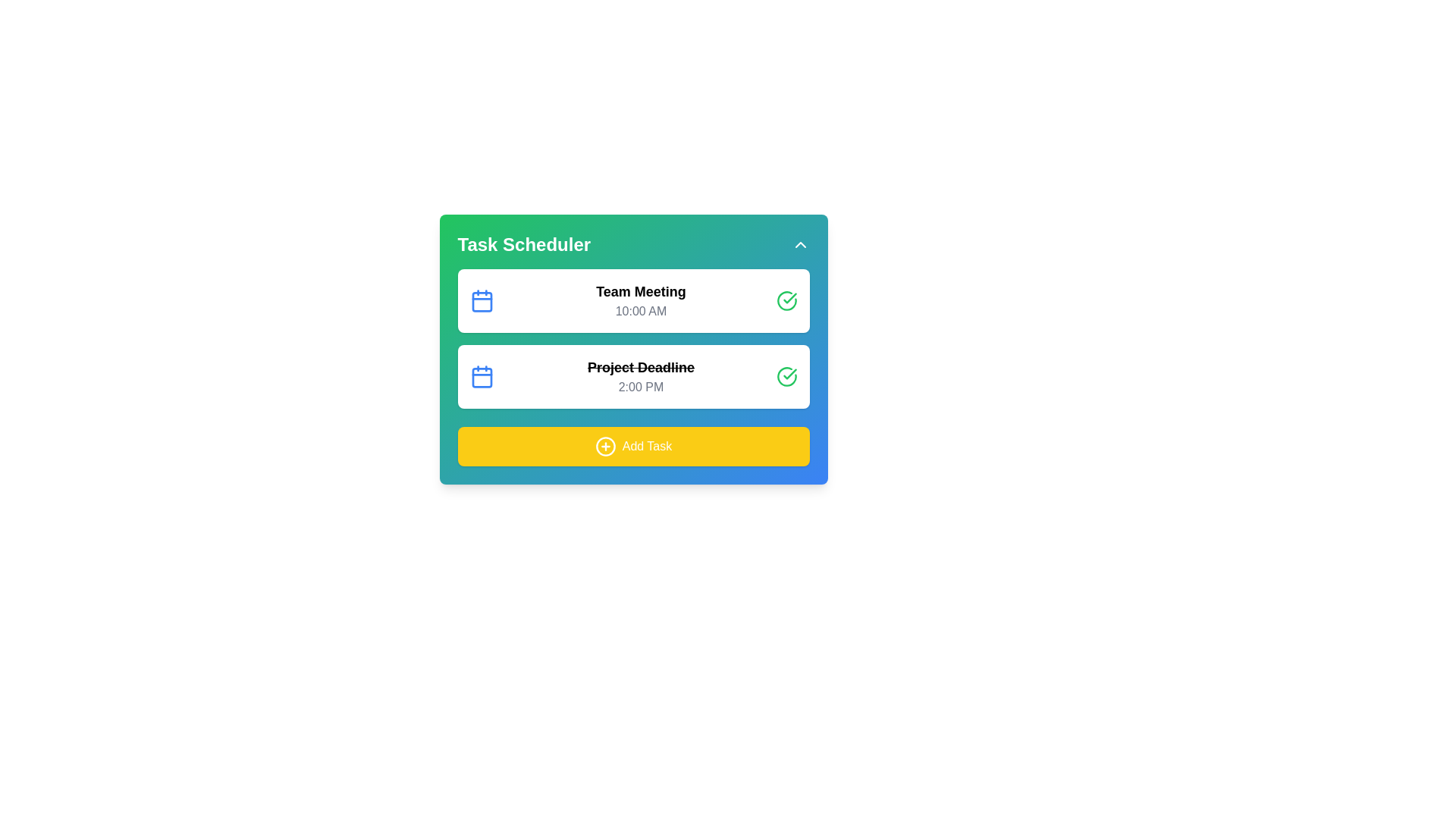  Describe the element at coordinates (481, 377) in the screenshot. I see `the blue rectangular outline inside the calendar icon associated with the 'Project Deadline' task title` at that location.